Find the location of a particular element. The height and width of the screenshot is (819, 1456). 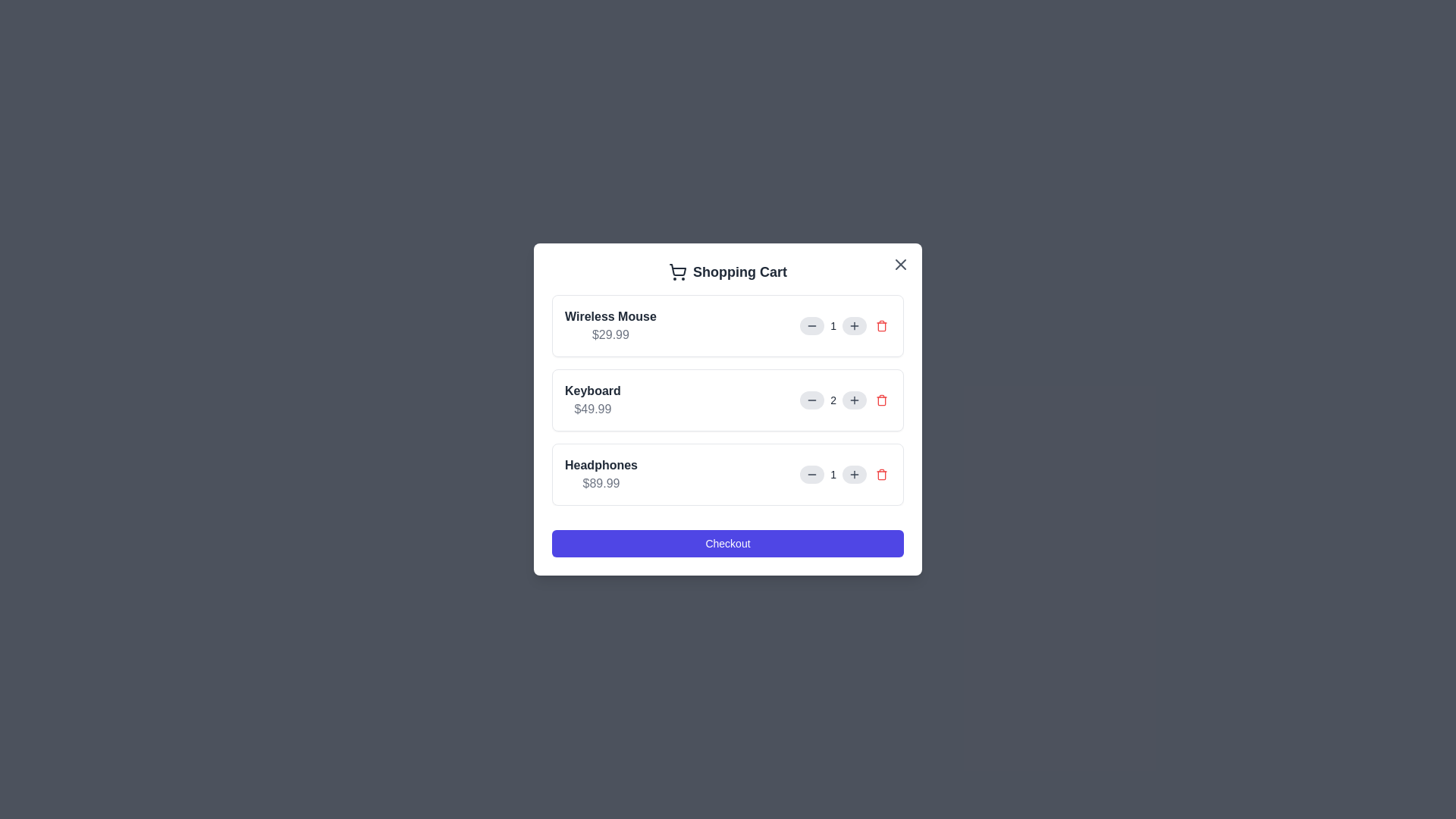

the plus icon button beside the '1' label in the 'Headphones' item row of the shopping cart interface to increase the quantity is located at coordinates (855, 473).